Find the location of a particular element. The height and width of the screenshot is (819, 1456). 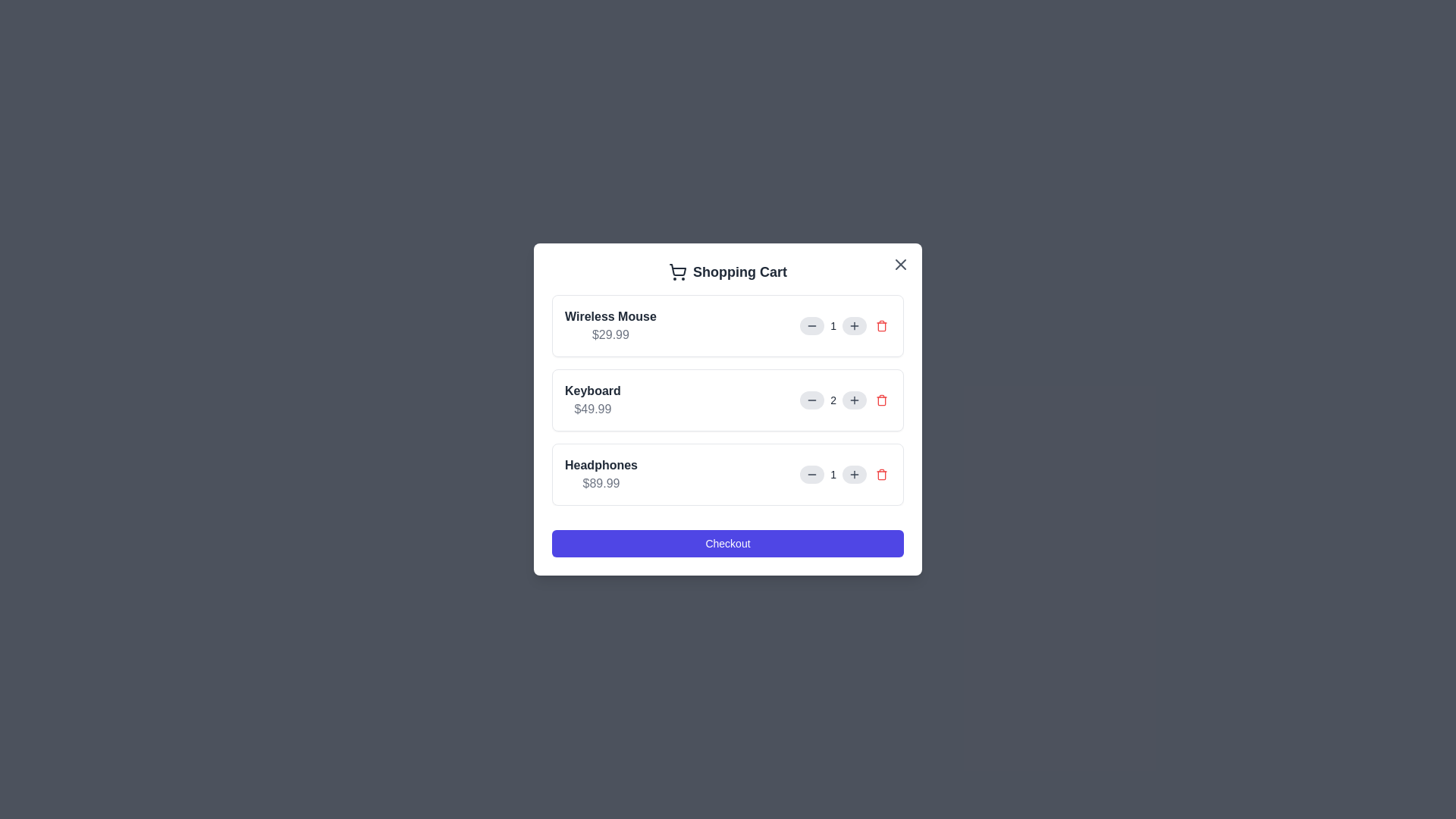

the plus icon button beside the '1' label in the 'Headphones' item row of the shopping cart interface to increase the quantity is located at coordinates (855, 473).